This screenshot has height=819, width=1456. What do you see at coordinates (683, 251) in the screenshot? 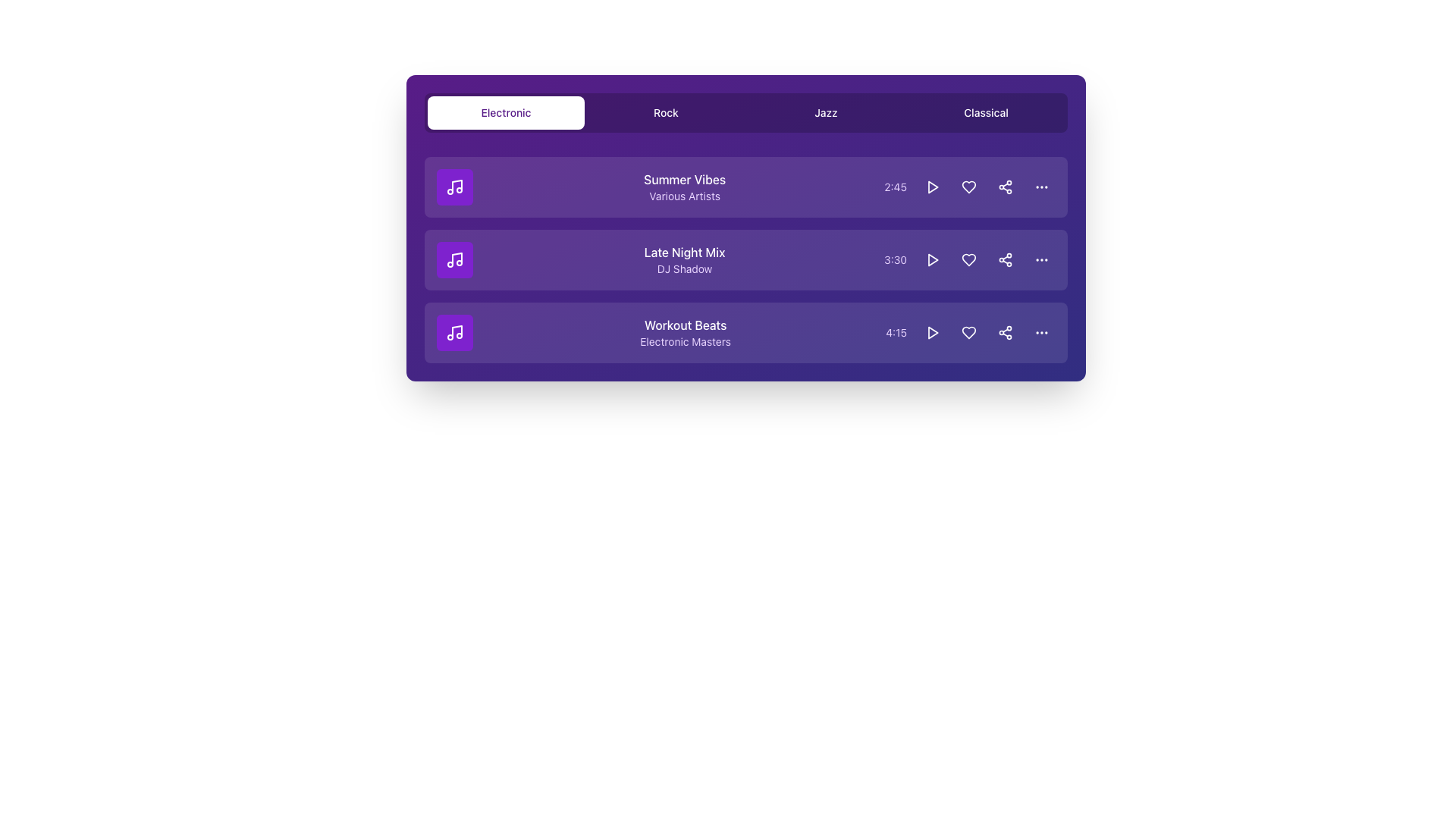
I see `the text label that displays the title of a music track in the second row of the track listing in the 'Electronic' category, located directly above the artist's name 'DJ Shadow'` at bounding box center [683, 251].